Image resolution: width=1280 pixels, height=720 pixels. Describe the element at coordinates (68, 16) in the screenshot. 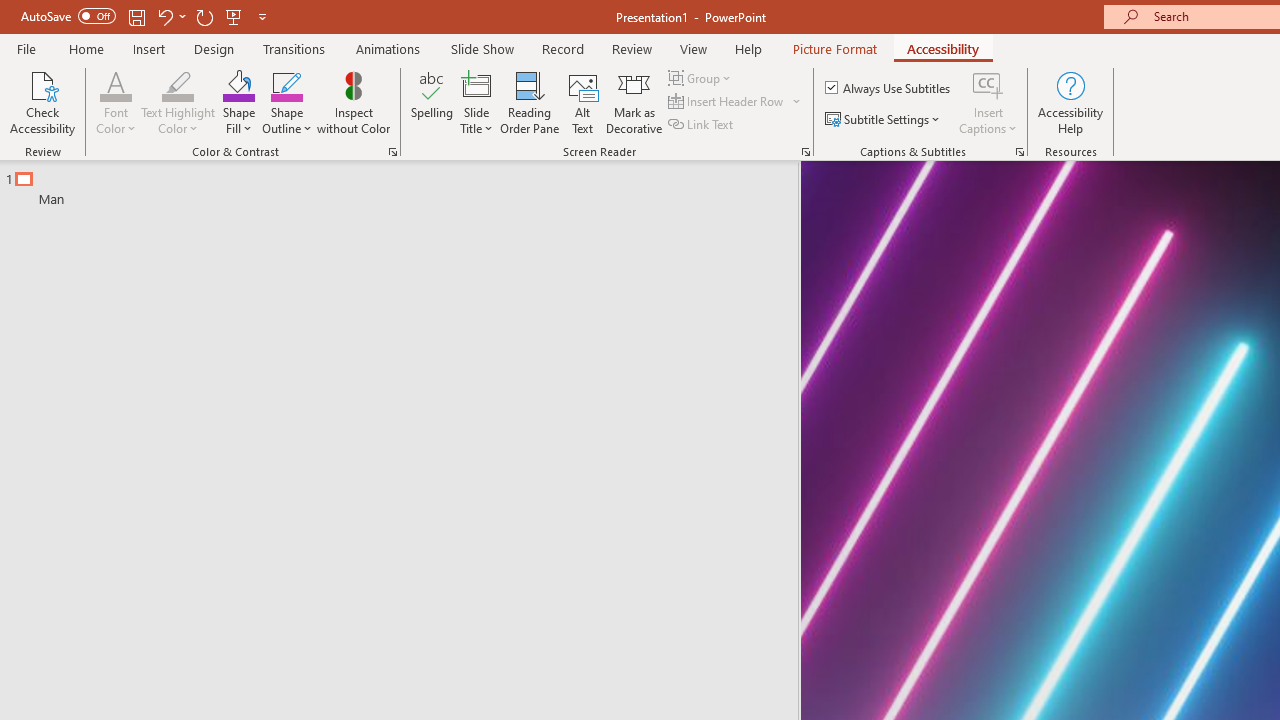

I see `'AutoSave'` at that location.